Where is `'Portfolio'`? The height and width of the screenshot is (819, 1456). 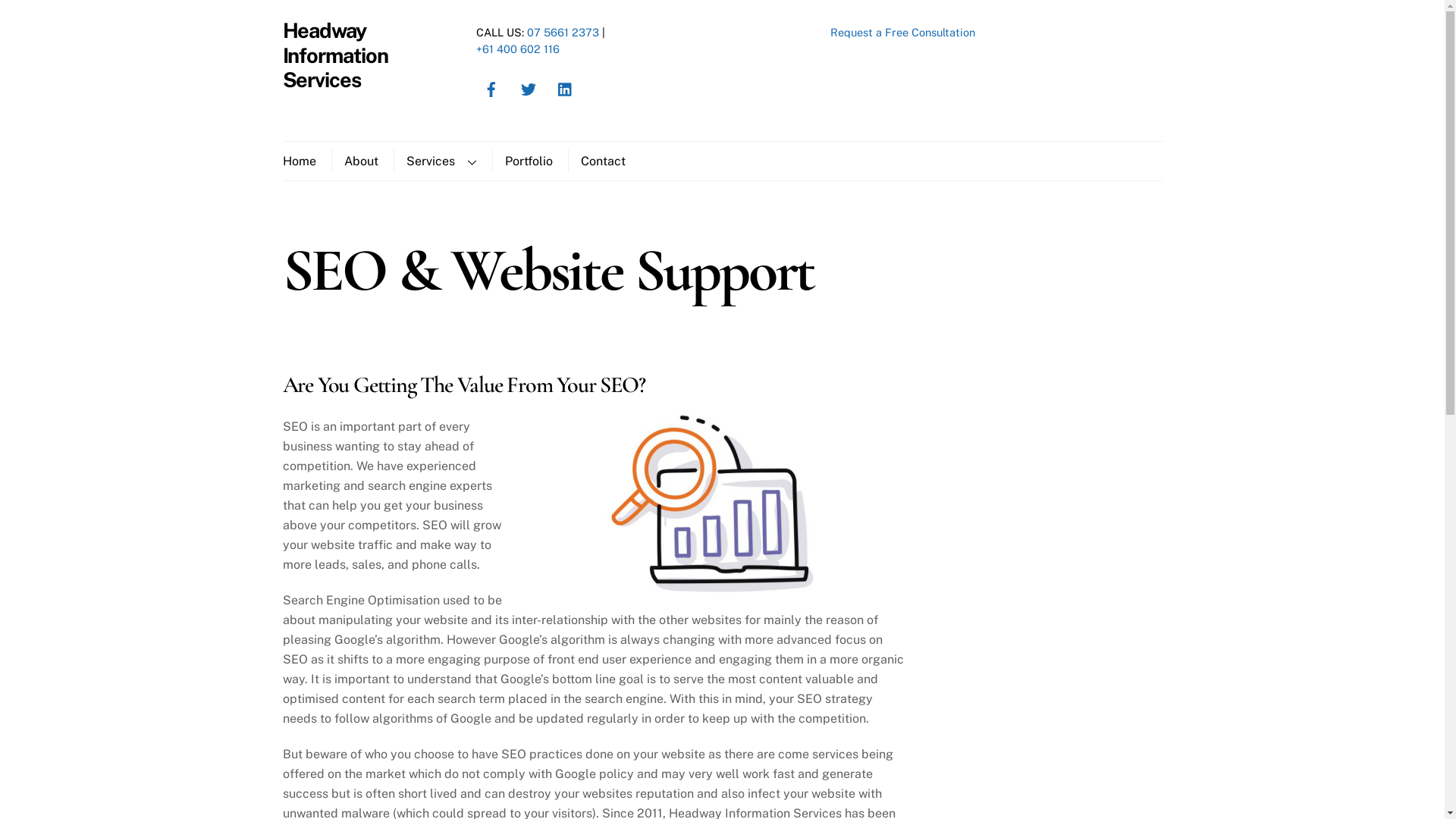 'Portfolio' is located at coordinates (491, 161).